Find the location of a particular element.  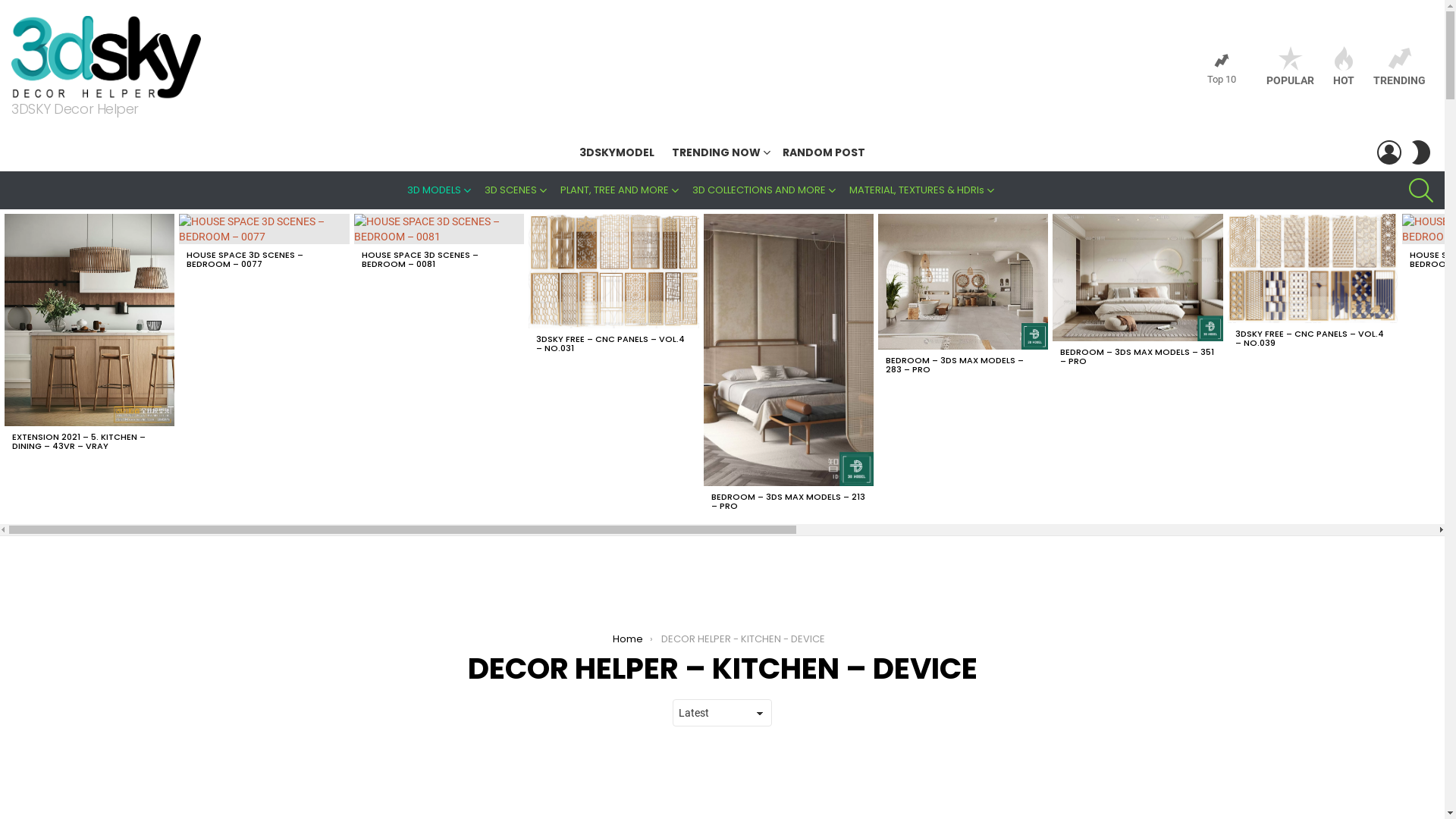

'MATERIAL, TEXTURES & HDRIs' is located at coordinates (922, 189).